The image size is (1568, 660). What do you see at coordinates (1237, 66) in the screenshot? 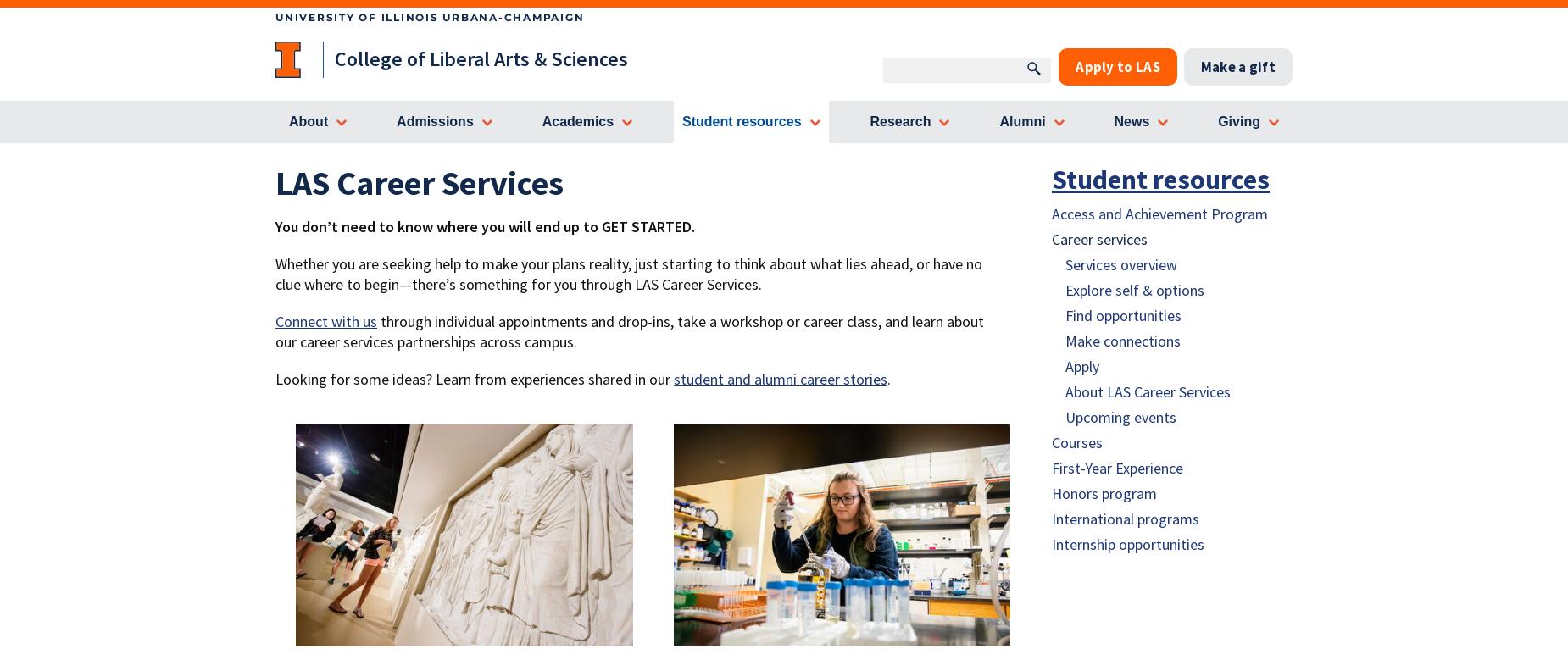
I see `'Make a gift'` at bounding box center [1237, 66].